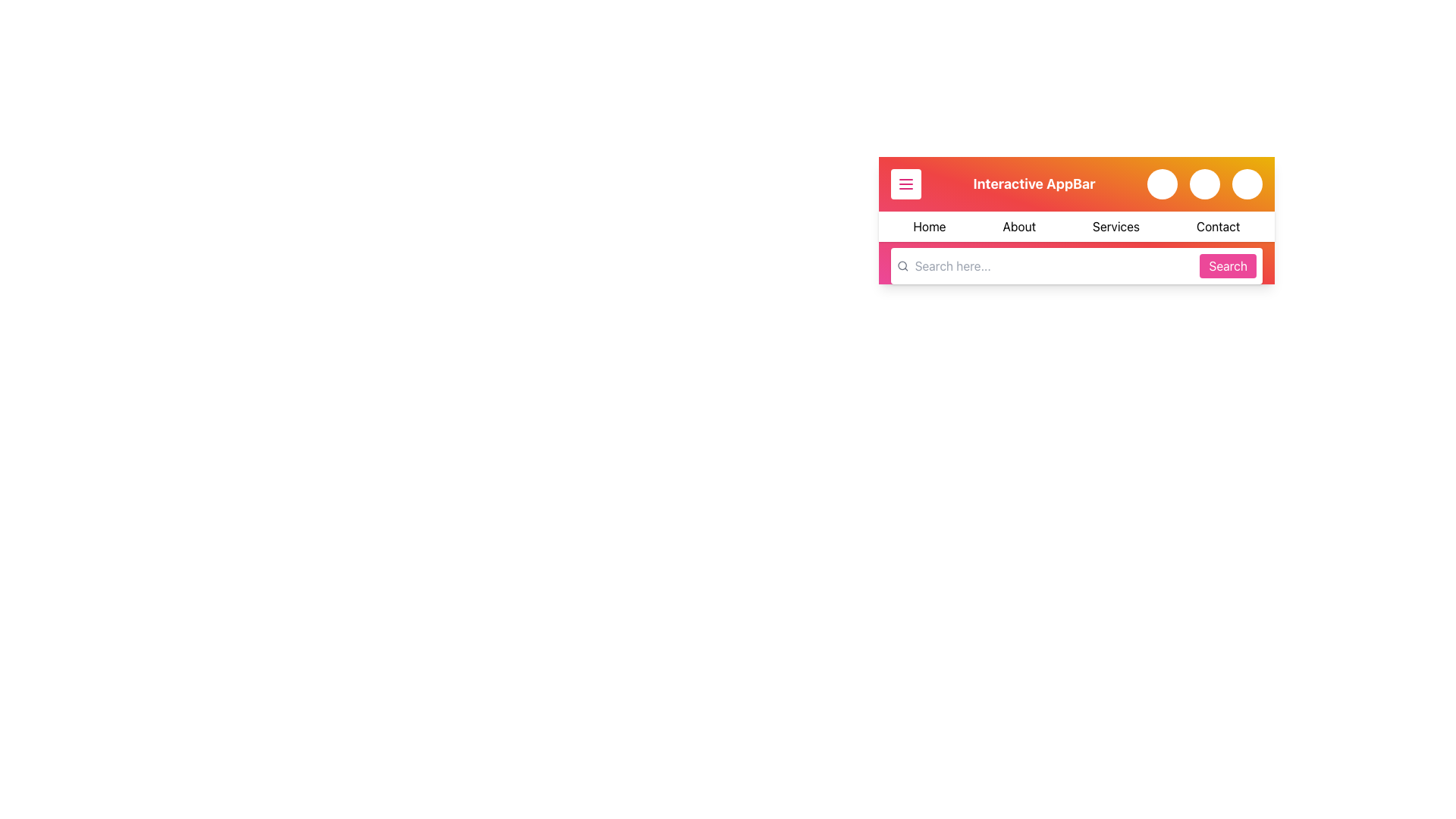  What do you see at coordinates (1116, 227) in the screenshot?
I see `the 'Services' navigation label, which is the third item in a horizontal navigation bar` at bounding box center [1116, 227].